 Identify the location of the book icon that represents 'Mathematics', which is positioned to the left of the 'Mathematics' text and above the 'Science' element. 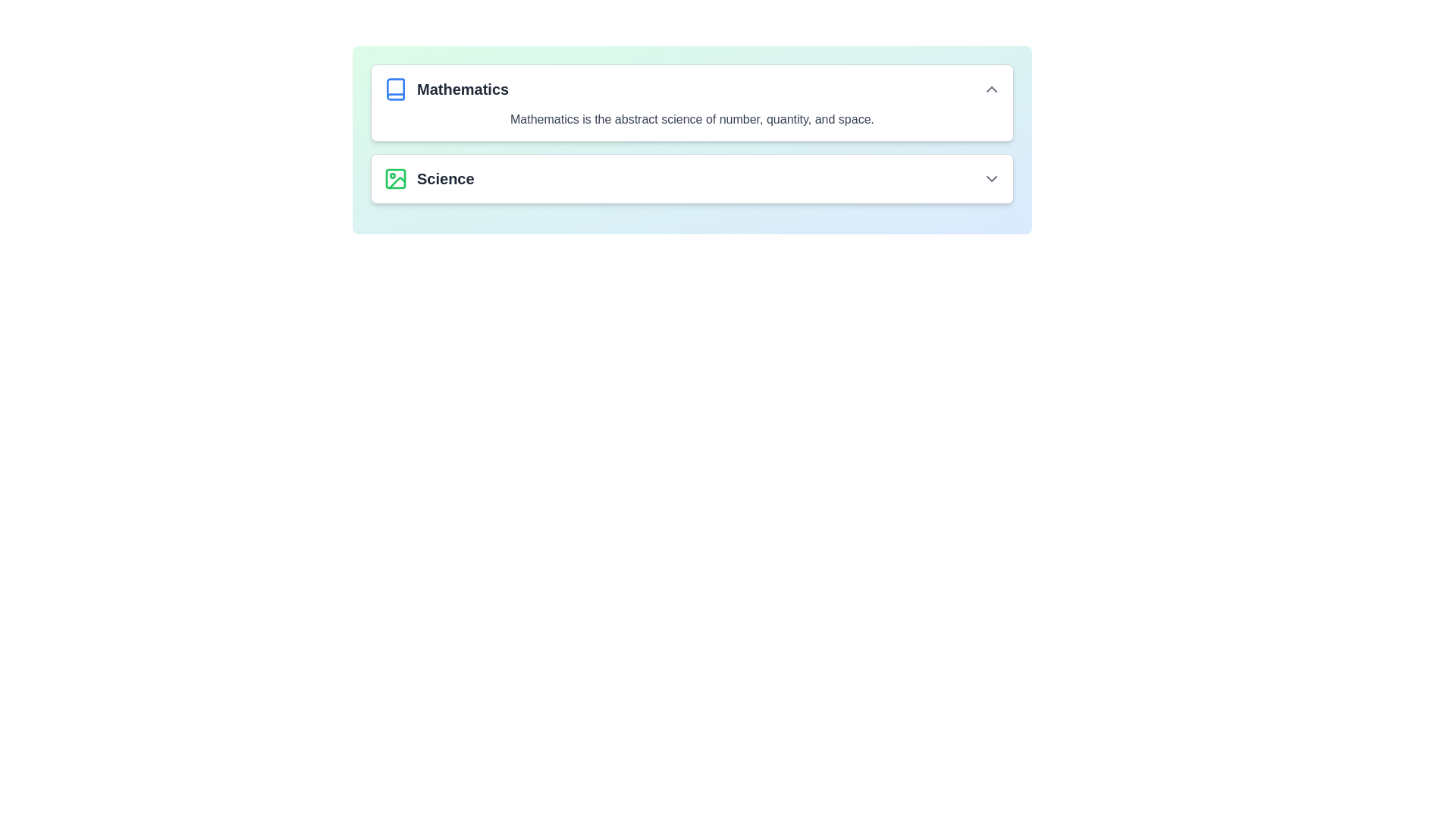
(396, 89).